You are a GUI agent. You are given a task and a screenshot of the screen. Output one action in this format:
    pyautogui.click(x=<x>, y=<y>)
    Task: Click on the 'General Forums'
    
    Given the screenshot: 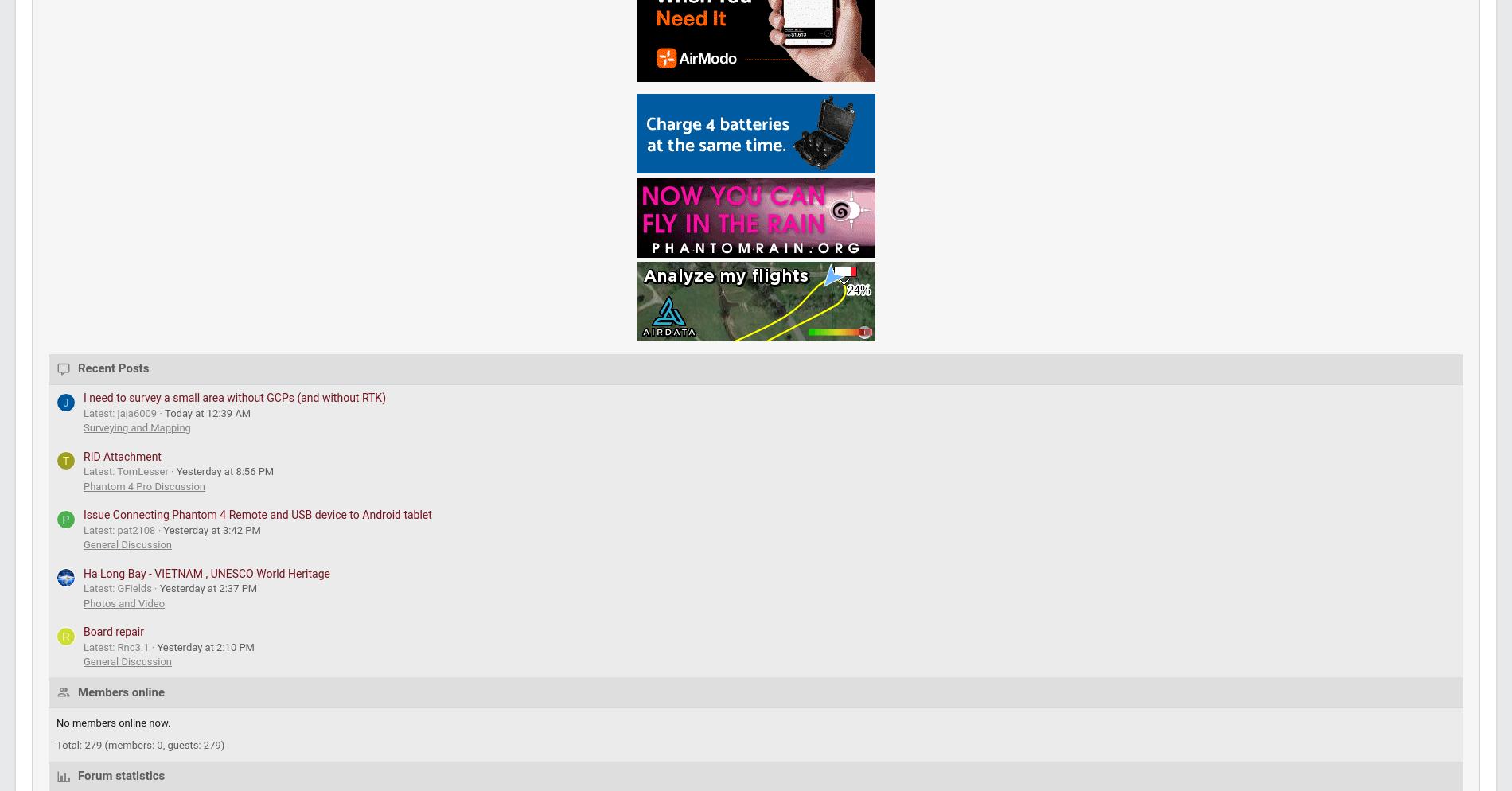 What is the action you would take?
    pyautogui.click(x=117, y=280)
    